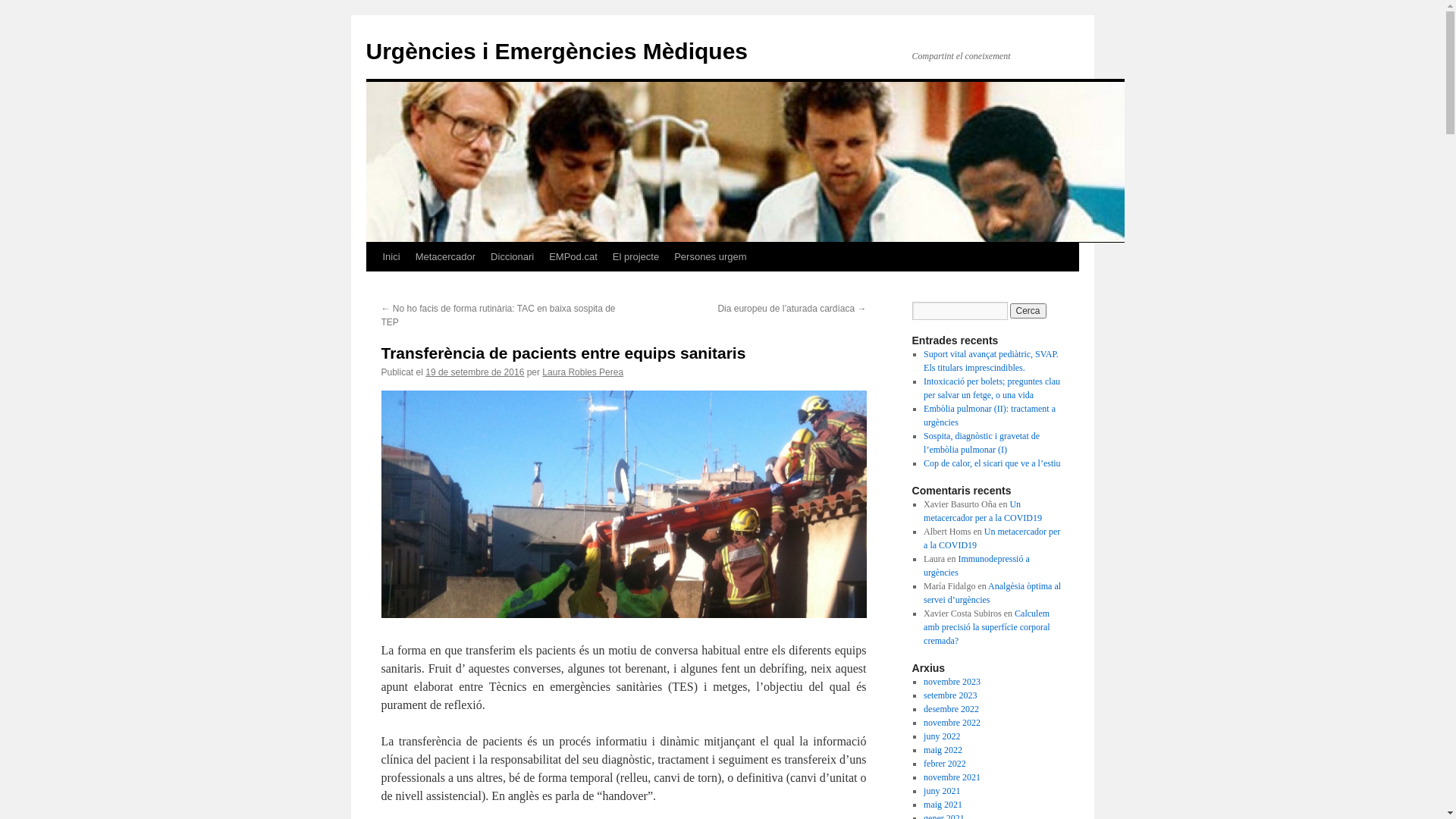 The height and width of the screenshot is (819, 1456). Describe the element at coordinates (582, 372) in the screenshot. I see `'Laura Robles Perea'` at that location.